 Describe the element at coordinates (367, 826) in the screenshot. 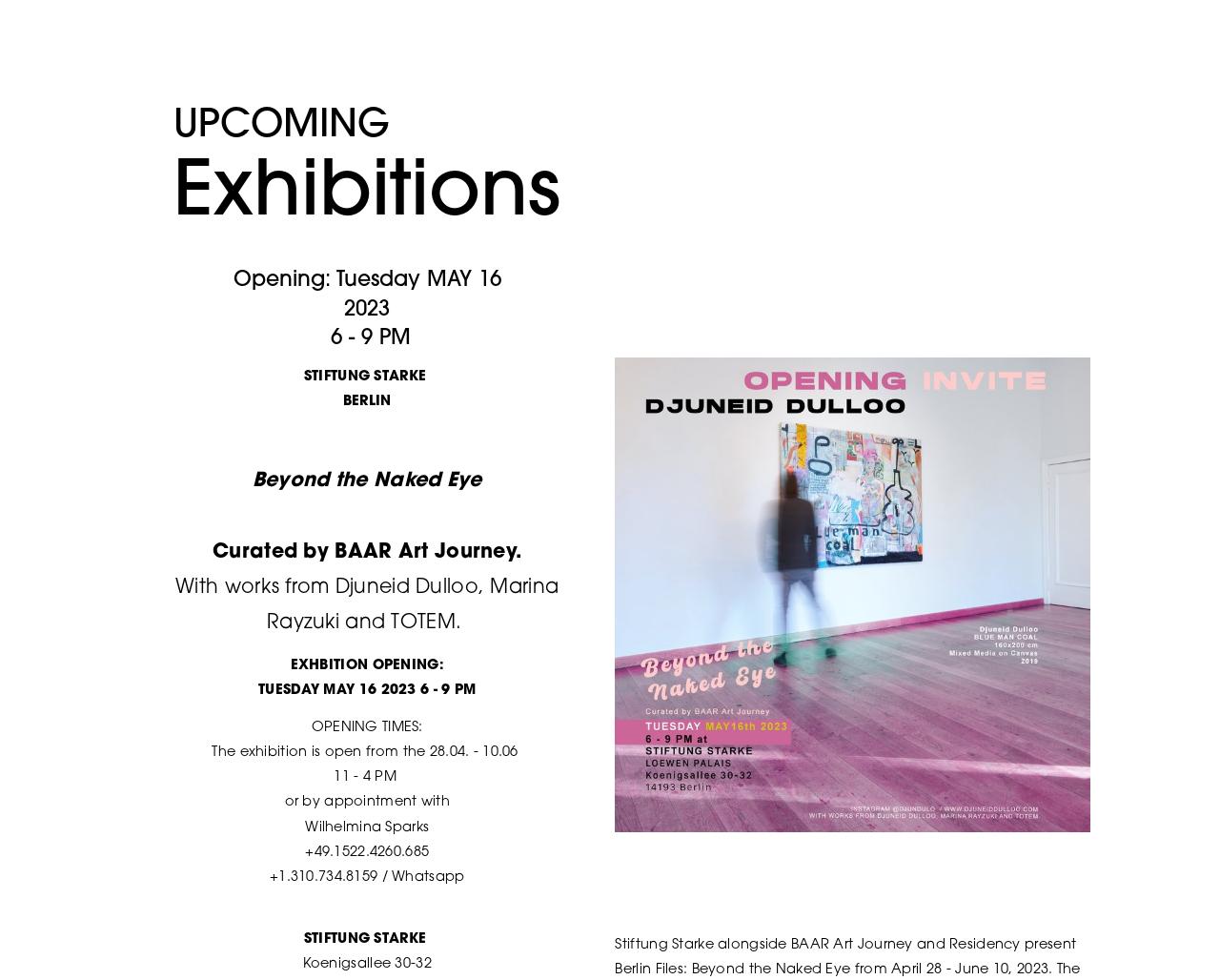

I see `'Wilhelmina Sparks'` at that location.